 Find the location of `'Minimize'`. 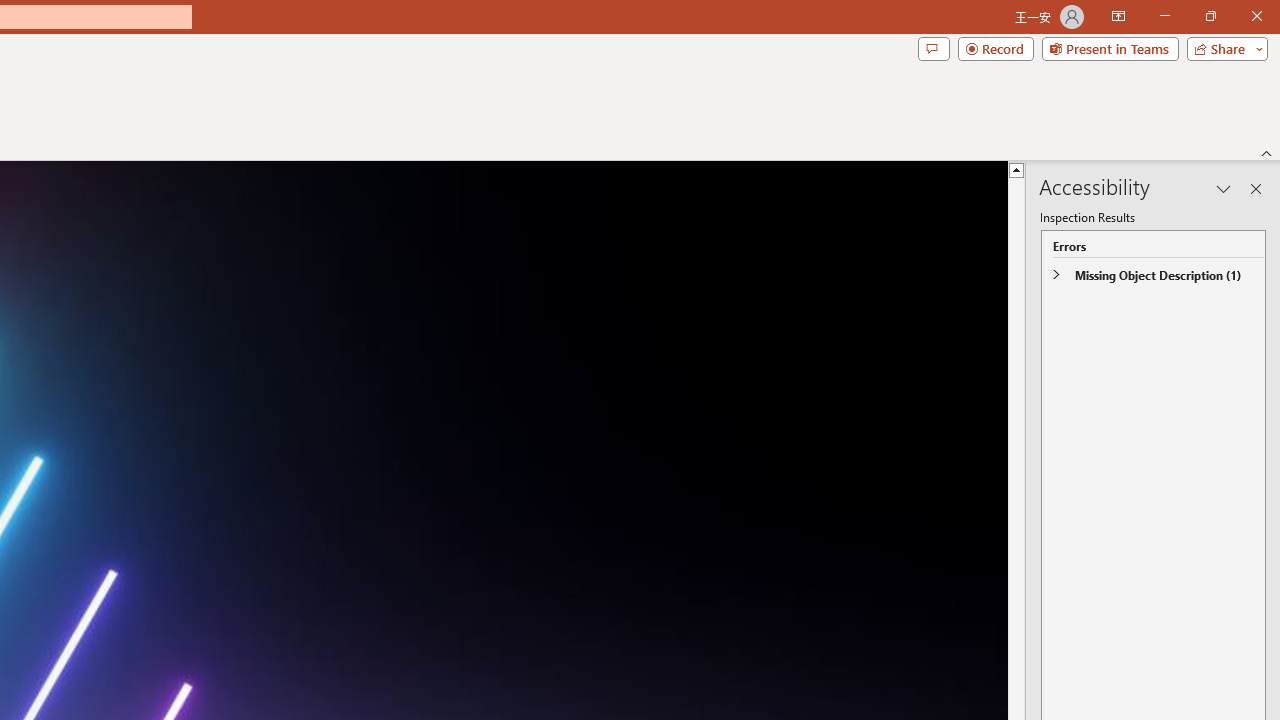

'Minimize' is located at coordinates (1164, 16).